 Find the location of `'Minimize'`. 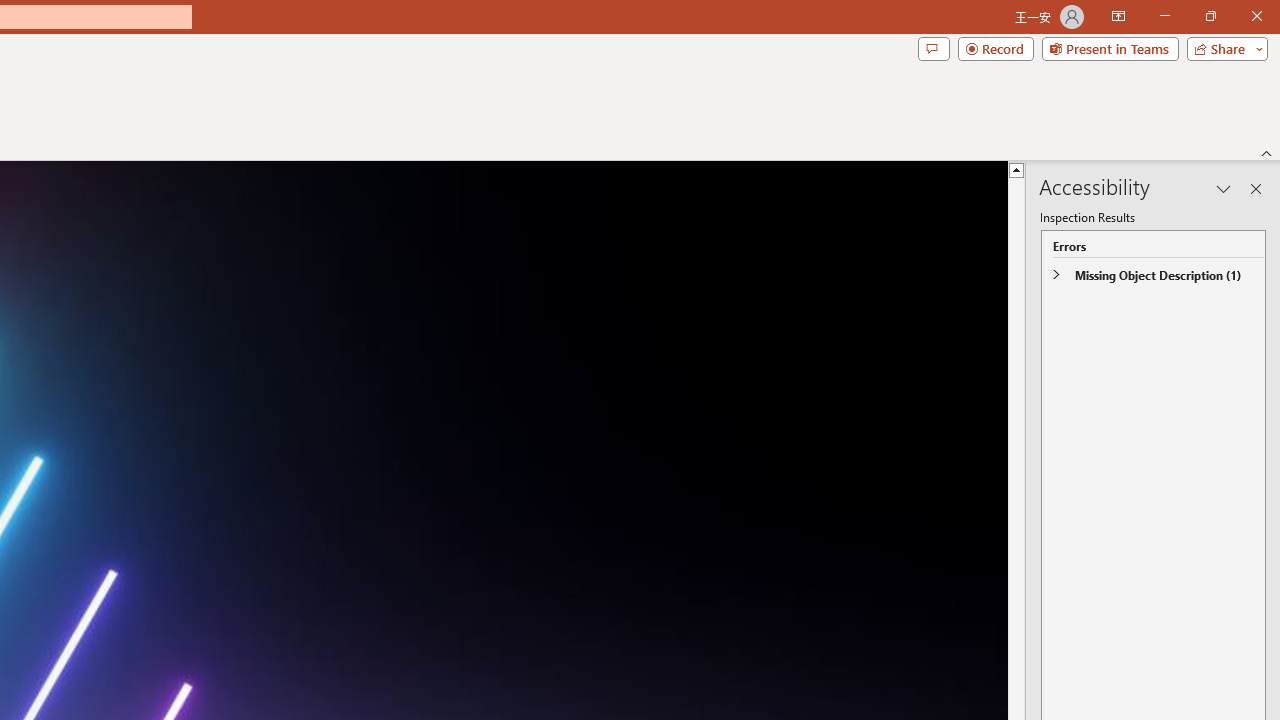

'Minimize' is located at coordinates (1164, 16).